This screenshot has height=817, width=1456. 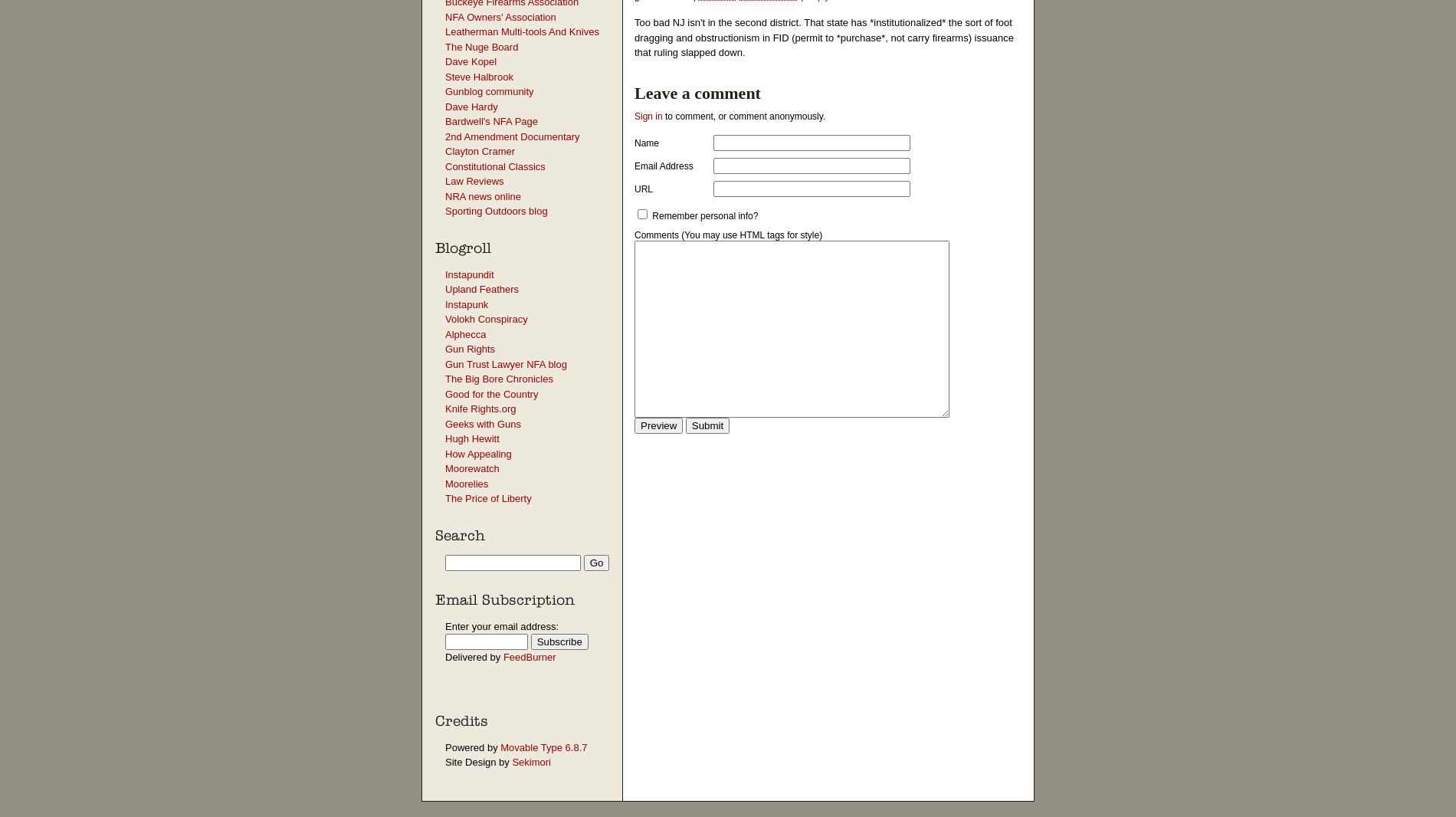 What do you see at coordinates (645, 142) in the screenshot?
I see `'Name'` at bounding box center [645, 142].